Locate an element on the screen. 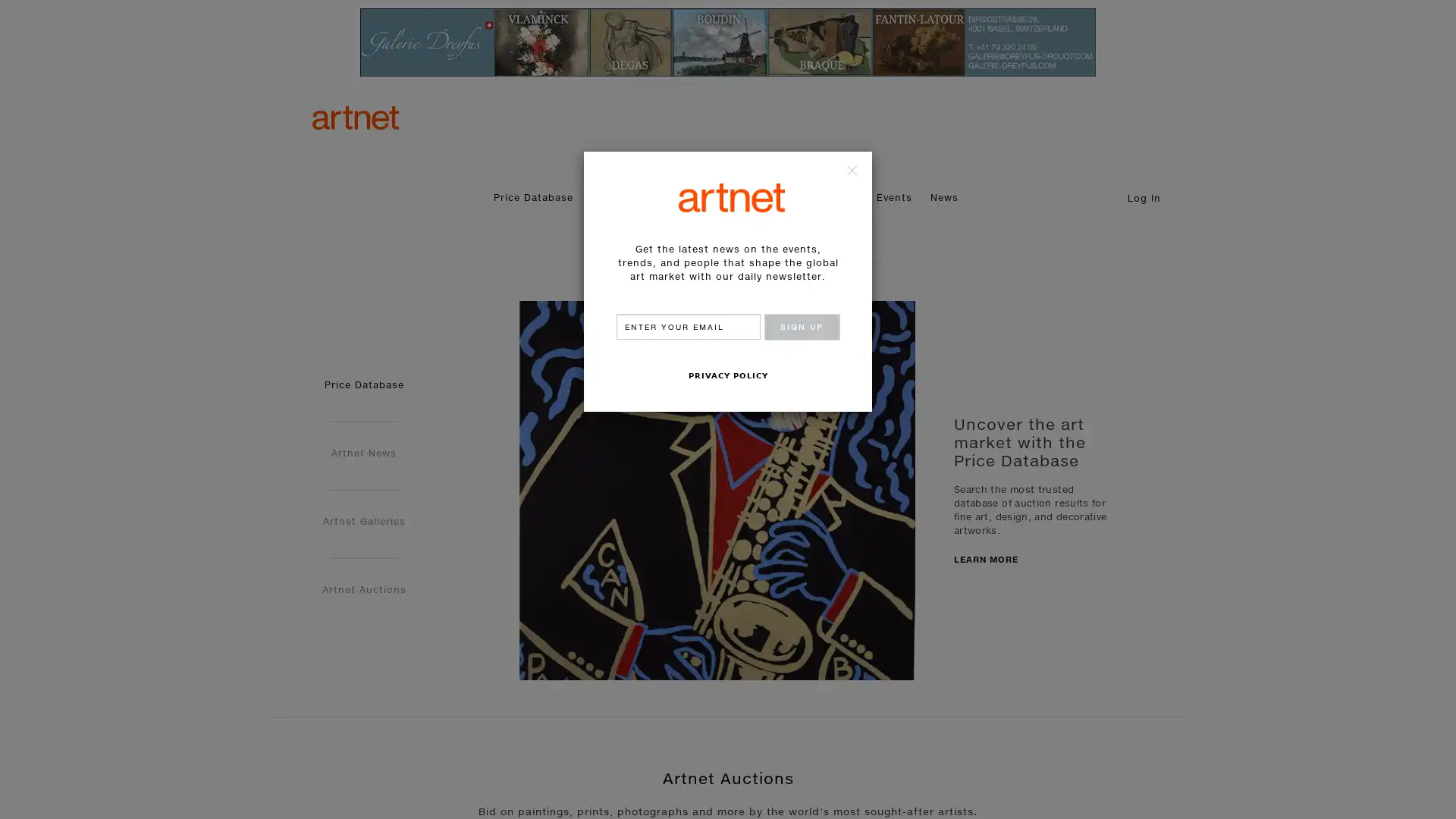  SIGN UP is located at coordinates (800, 326).